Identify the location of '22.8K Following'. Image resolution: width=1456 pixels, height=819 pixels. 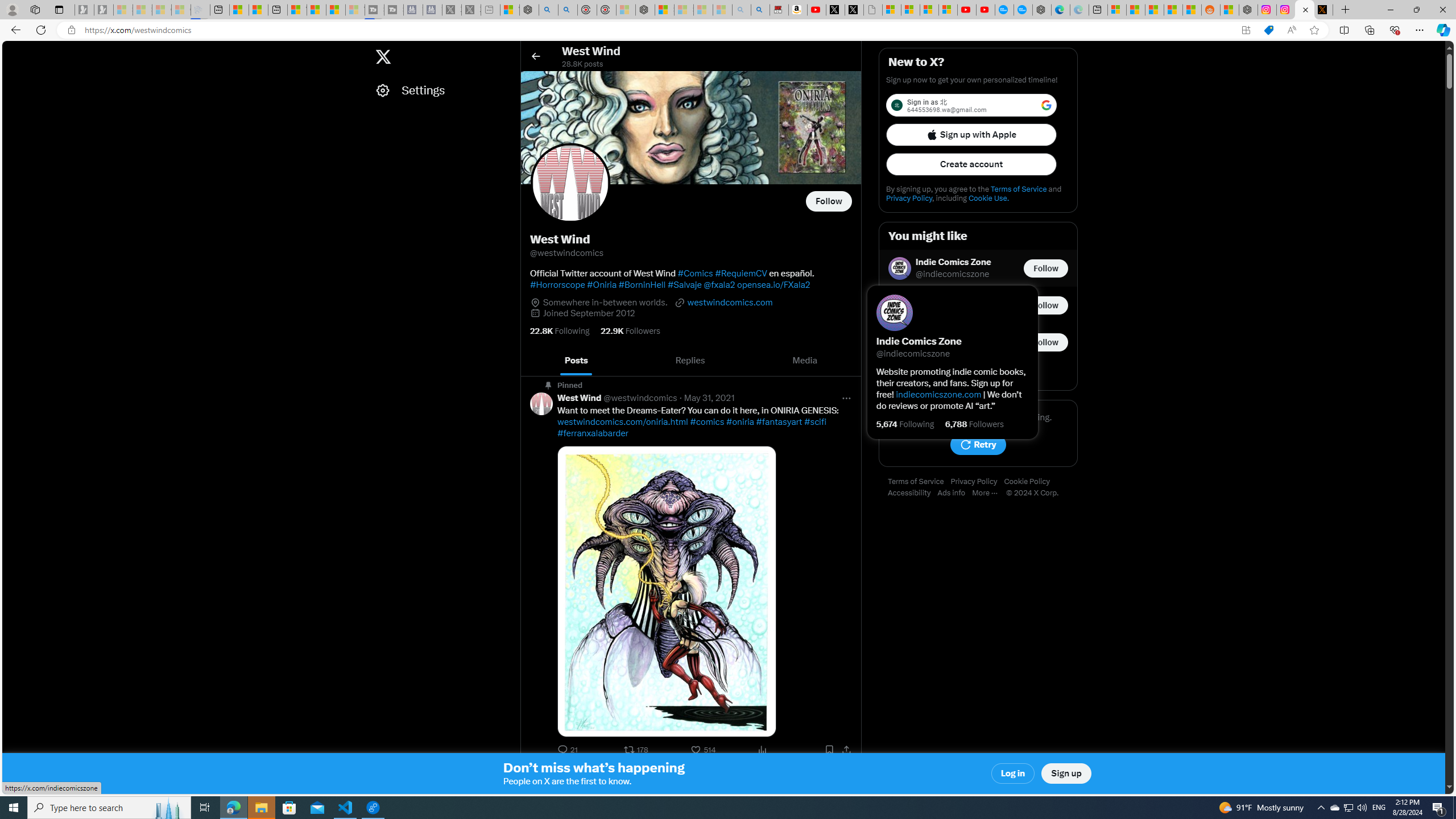
(559, 331).